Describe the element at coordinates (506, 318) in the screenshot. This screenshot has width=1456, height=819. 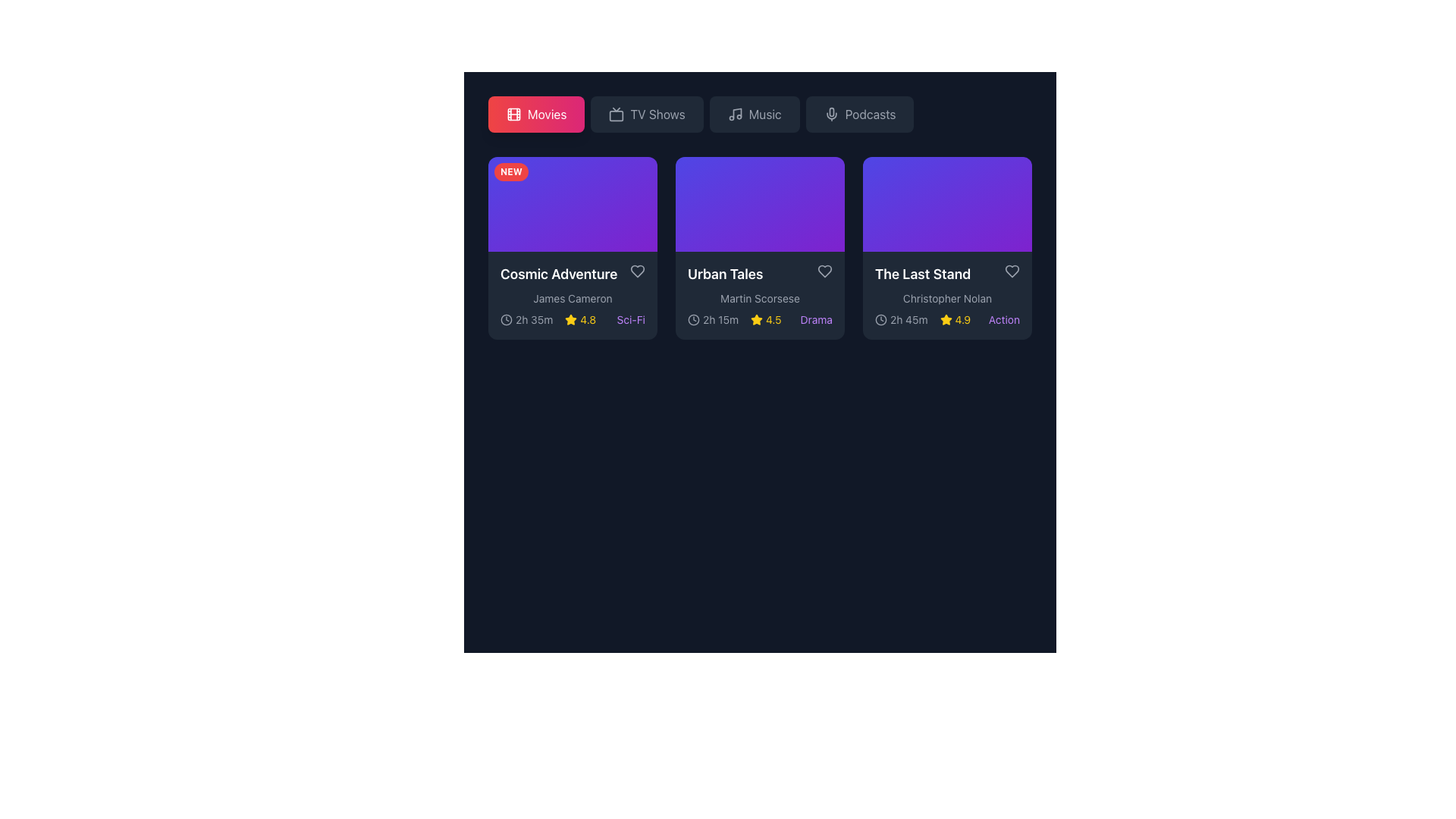
I see `the circular outline of the clock icon located within the card for the movie 'Cosmic Adventure'` at that location.